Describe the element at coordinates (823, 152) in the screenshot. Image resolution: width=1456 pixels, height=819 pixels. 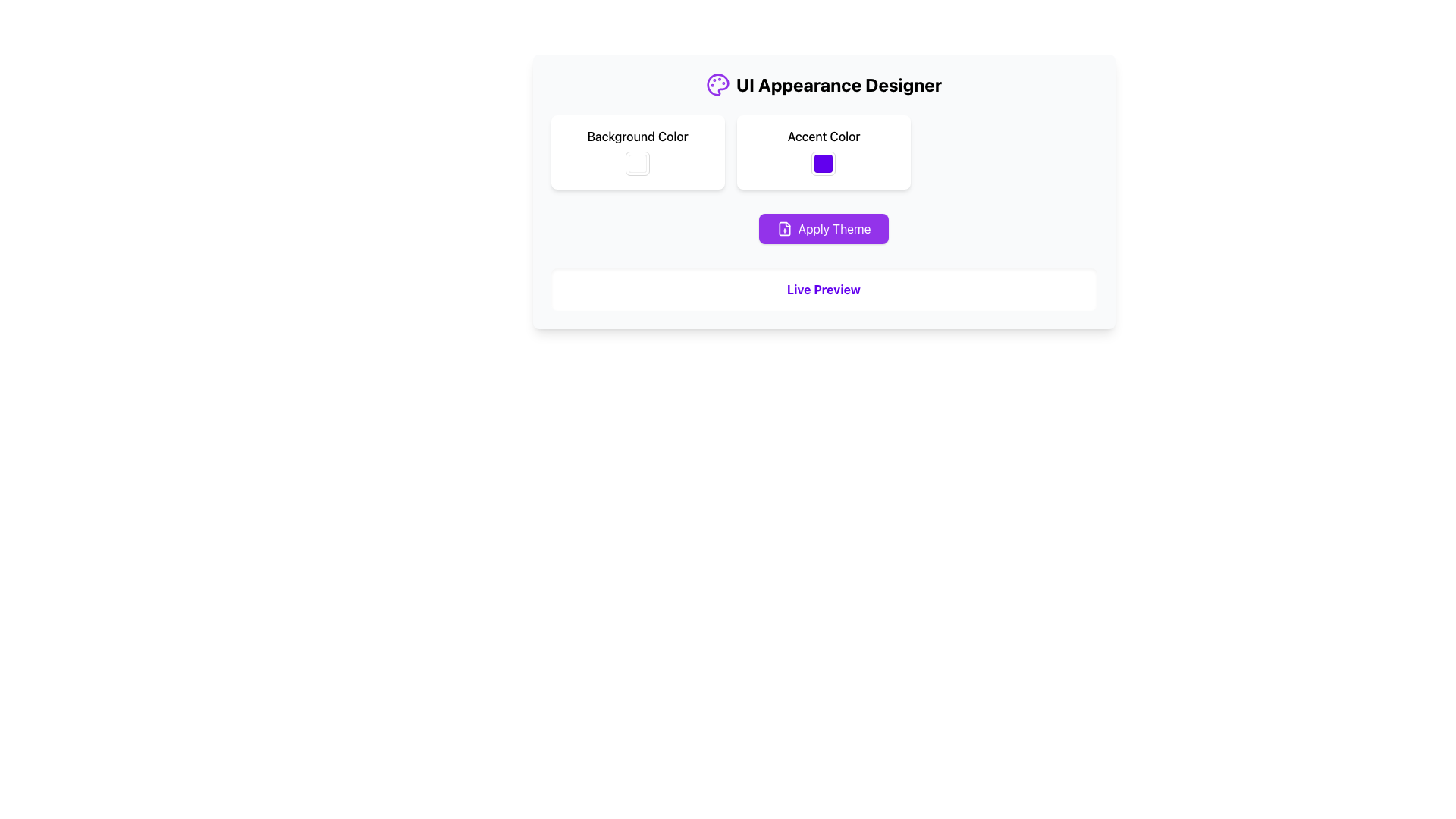
I see `the 'Background Color' and 'Accent Color' titles` at that location.